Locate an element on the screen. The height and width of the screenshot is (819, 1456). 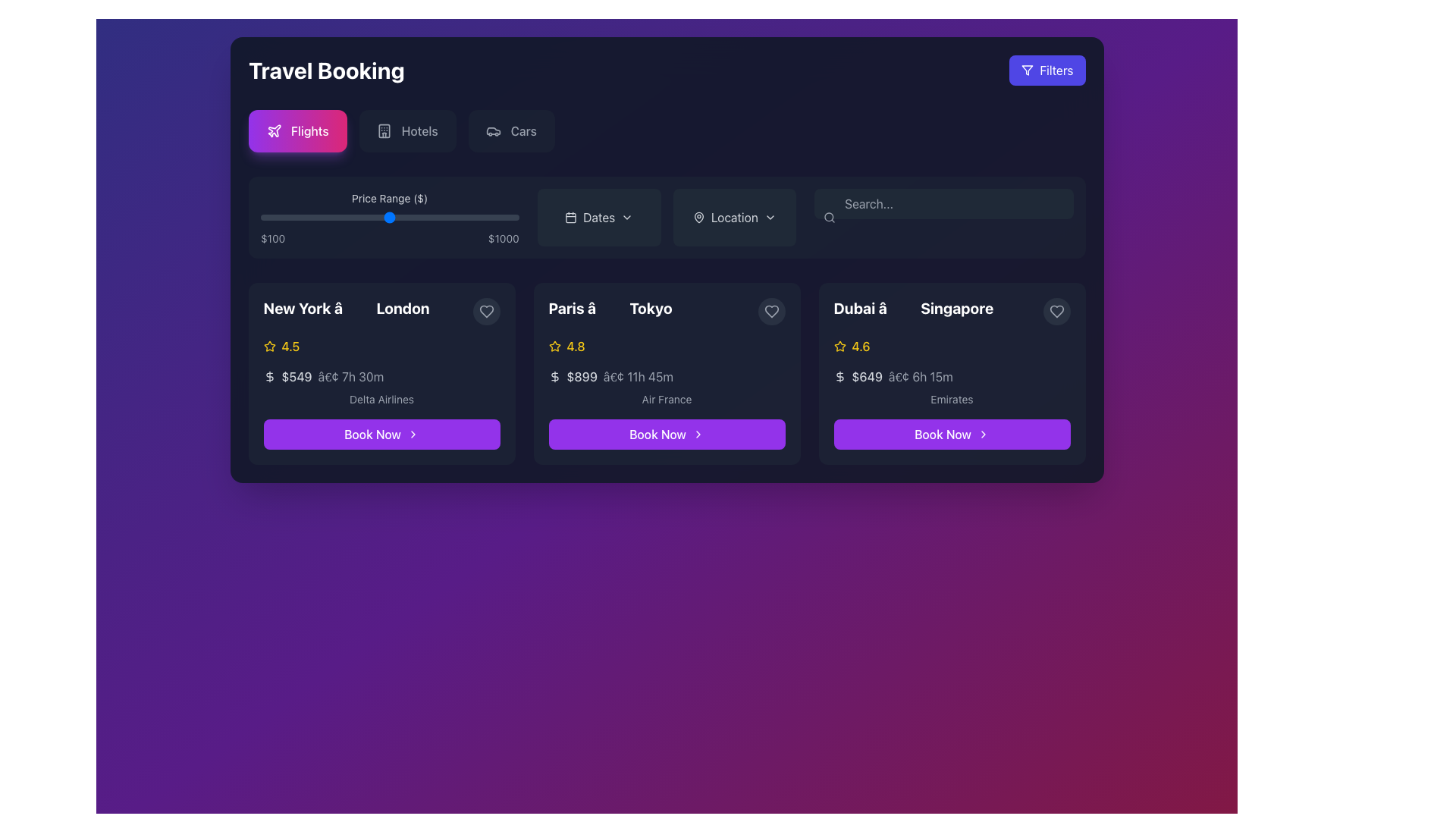
the text label within the booking button for the travel itinerary from Dubai is located at coordinates (942, 435).